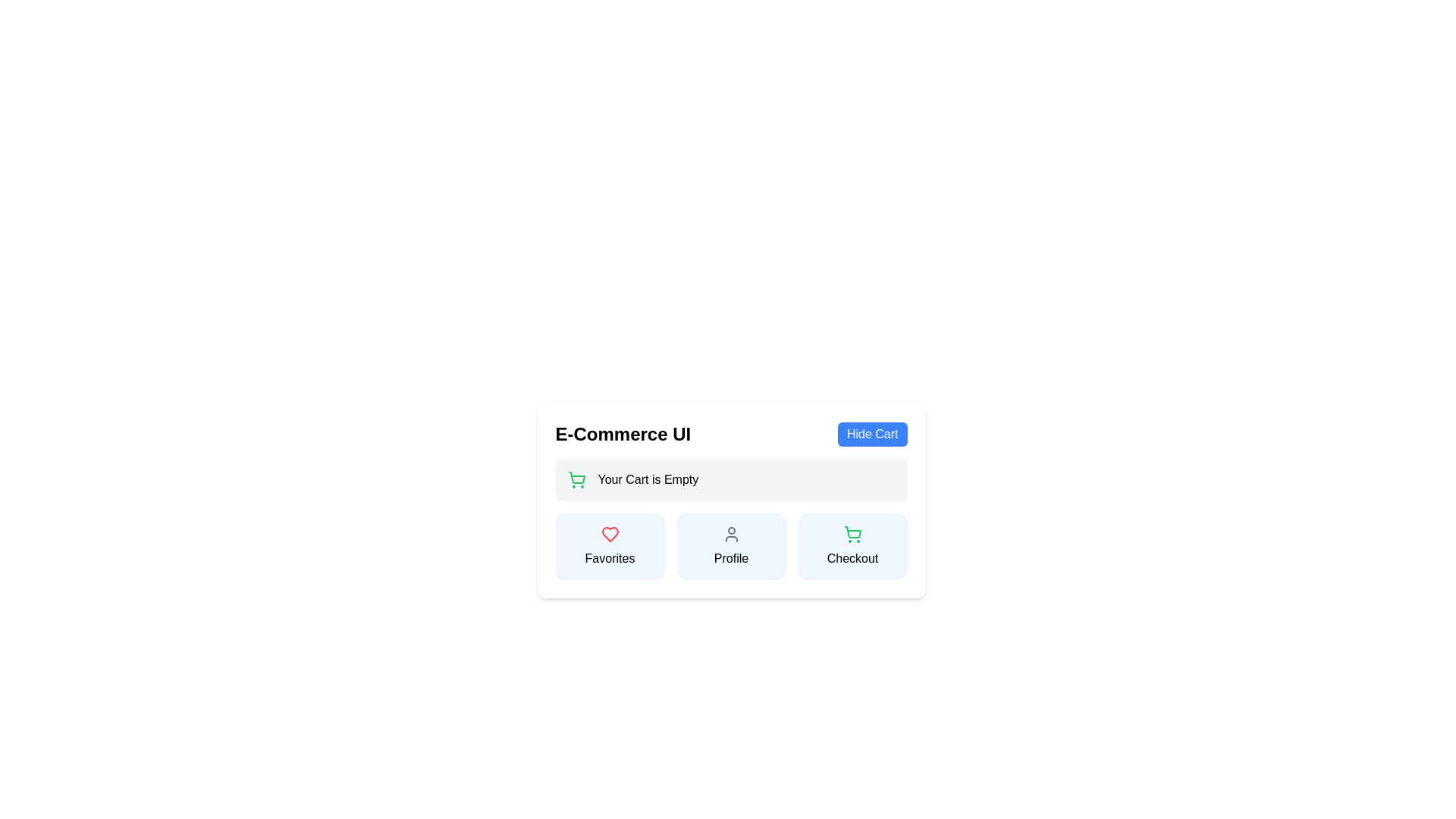 The width and height of the screenshot is (1456, 819). Describe the element at coordinates (731, 547) in the screenshot. I see `the user profile button` at that location.